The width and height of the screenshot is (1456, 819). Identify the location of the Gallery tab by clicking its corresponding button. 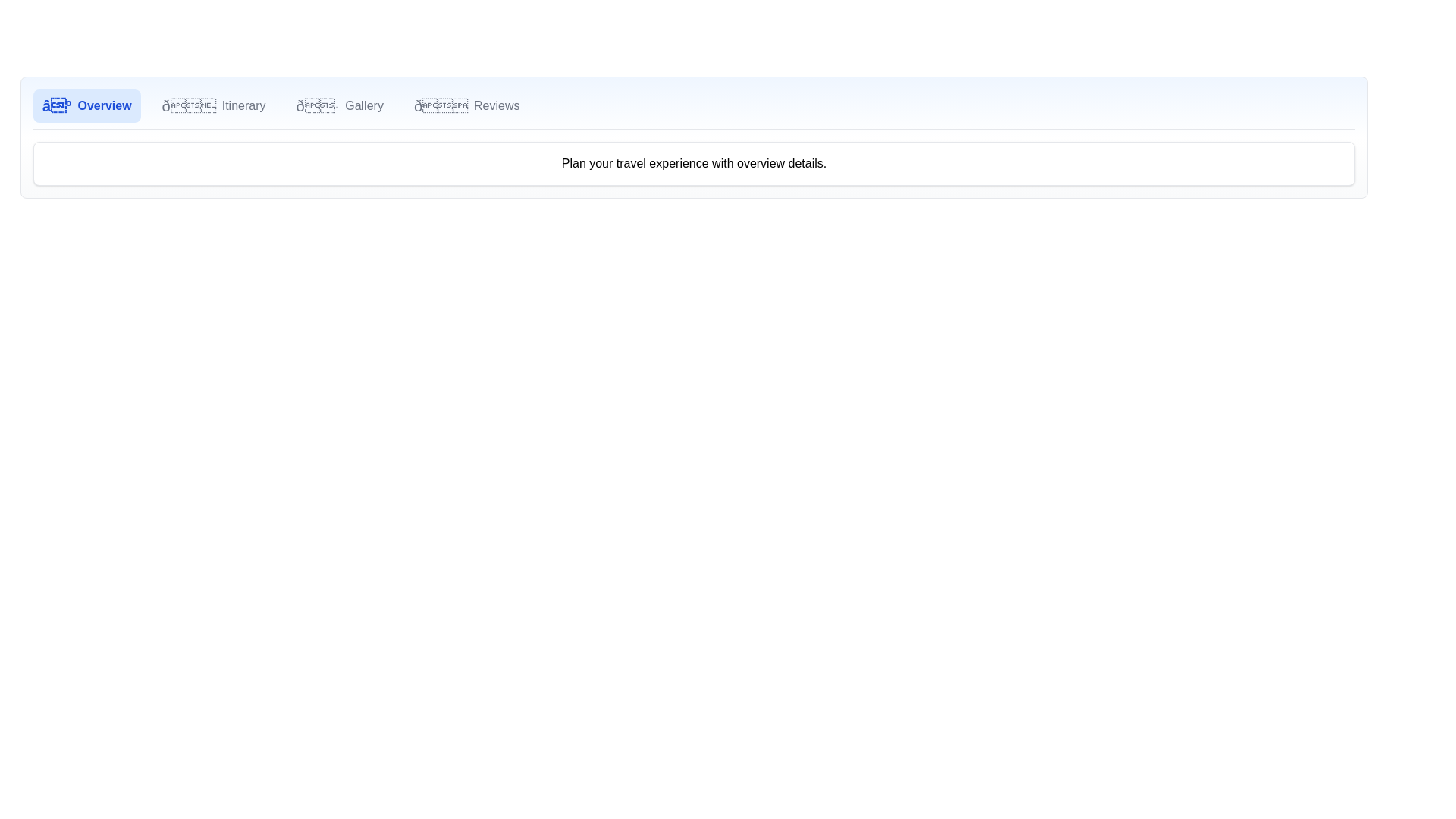
(338, 105).